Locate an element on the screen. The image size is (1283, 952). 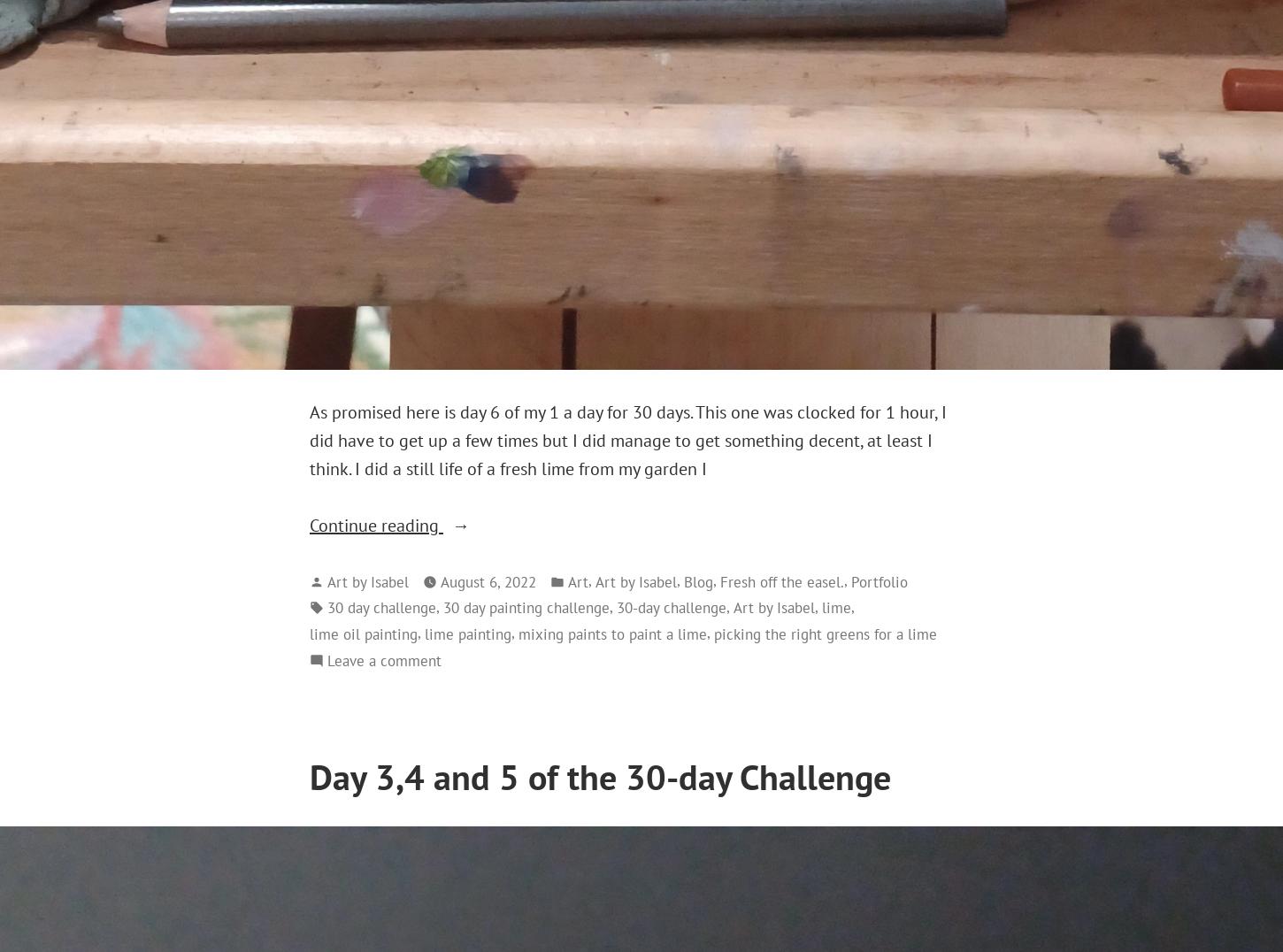
'30-day challenge' is located at coordinates (616, 607).